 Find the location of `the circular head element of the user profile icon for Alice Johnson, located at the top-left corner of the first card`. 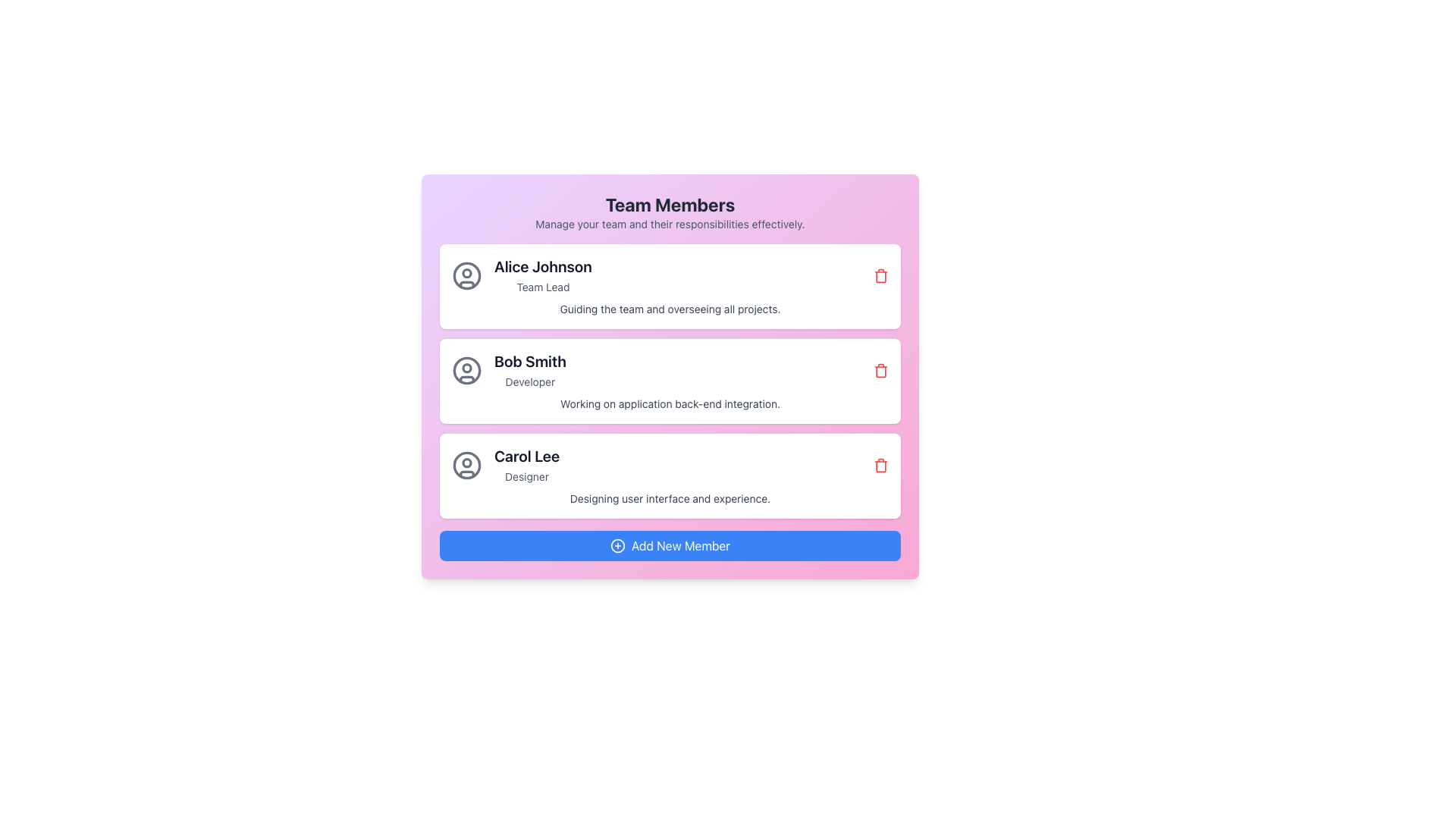

the circular head element of the user profile icon for Alice Johnson, located at the top-left corner of the first card is located at coordinates (466, 271).